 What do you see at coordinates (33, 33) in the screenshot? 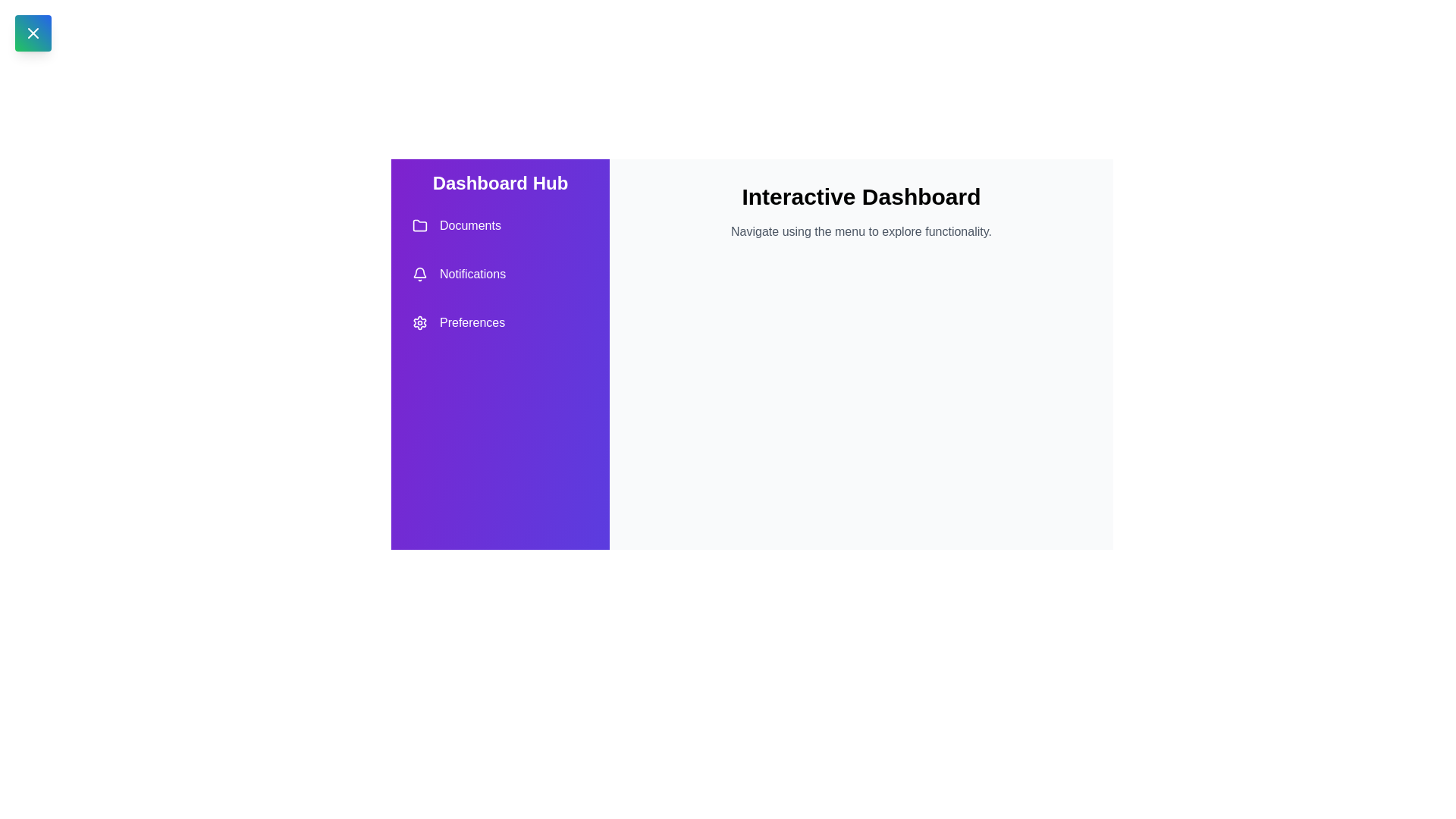
I see `button in the top-left corner to toggle the drawer open or closed` at bounding box center [33, 33].